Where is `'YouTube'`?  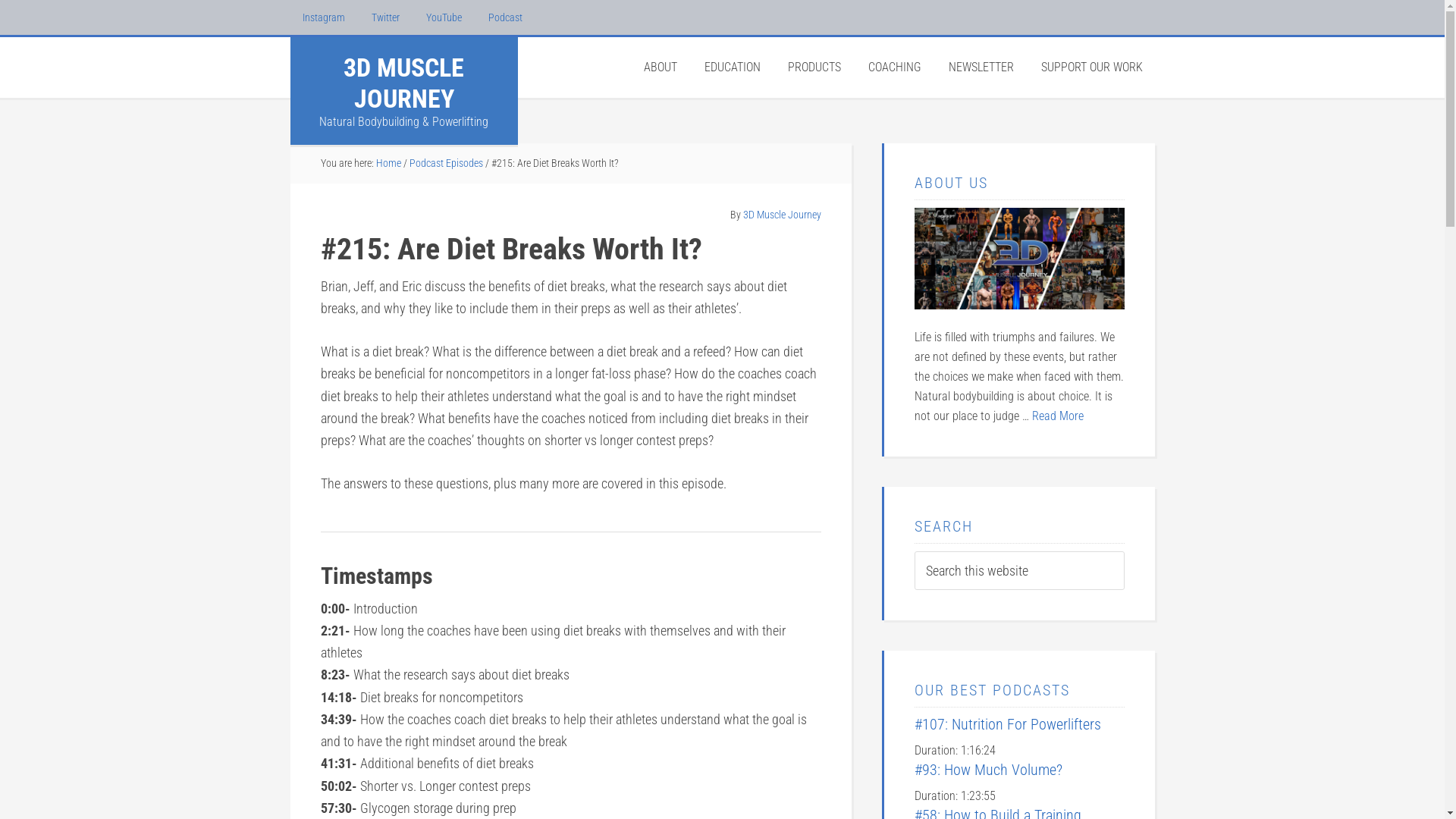 'YouTube' is located at coordinates (443, 17).